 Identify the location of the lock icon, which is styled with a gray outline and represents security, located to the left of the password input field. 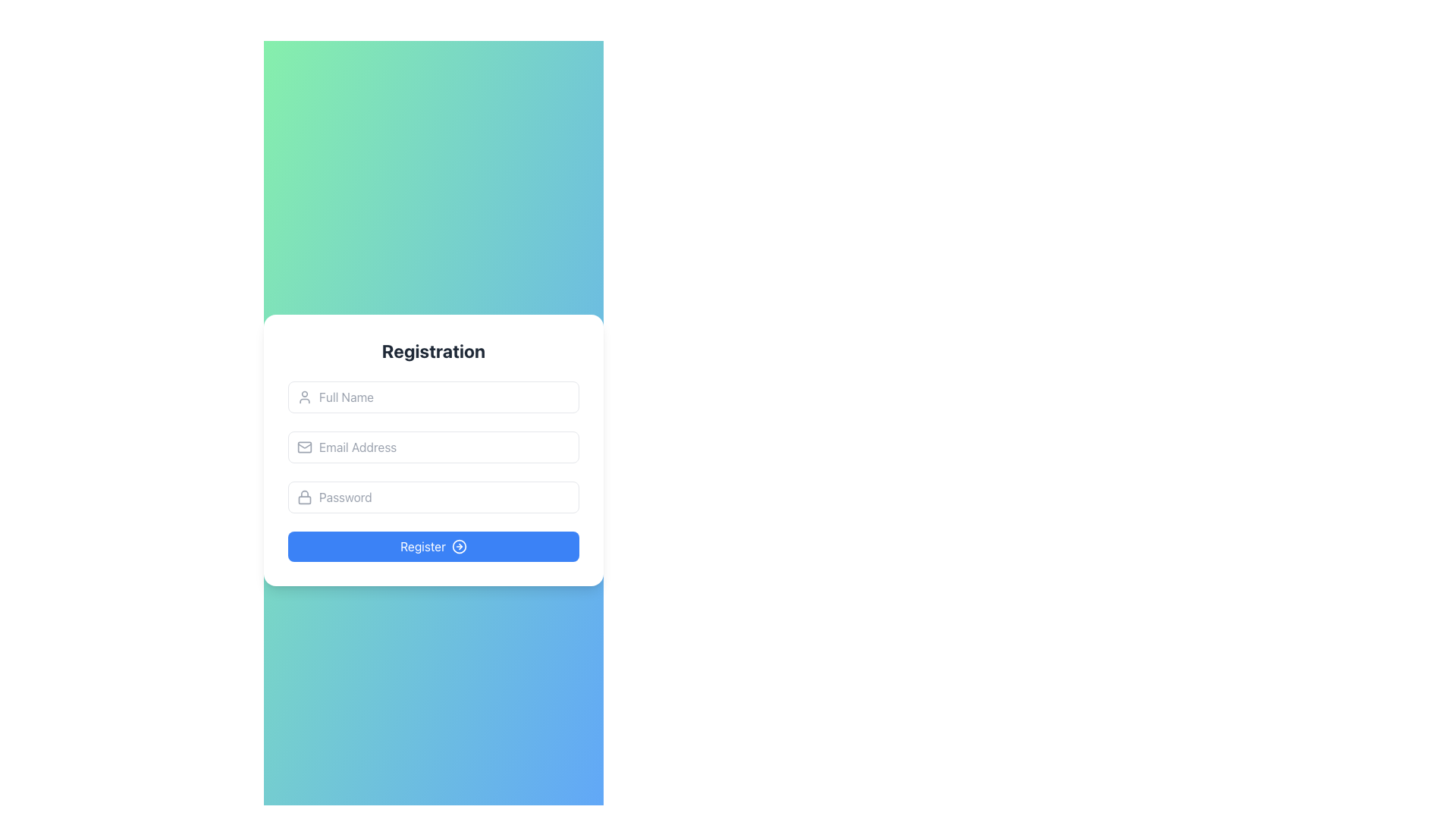
(304, 497).